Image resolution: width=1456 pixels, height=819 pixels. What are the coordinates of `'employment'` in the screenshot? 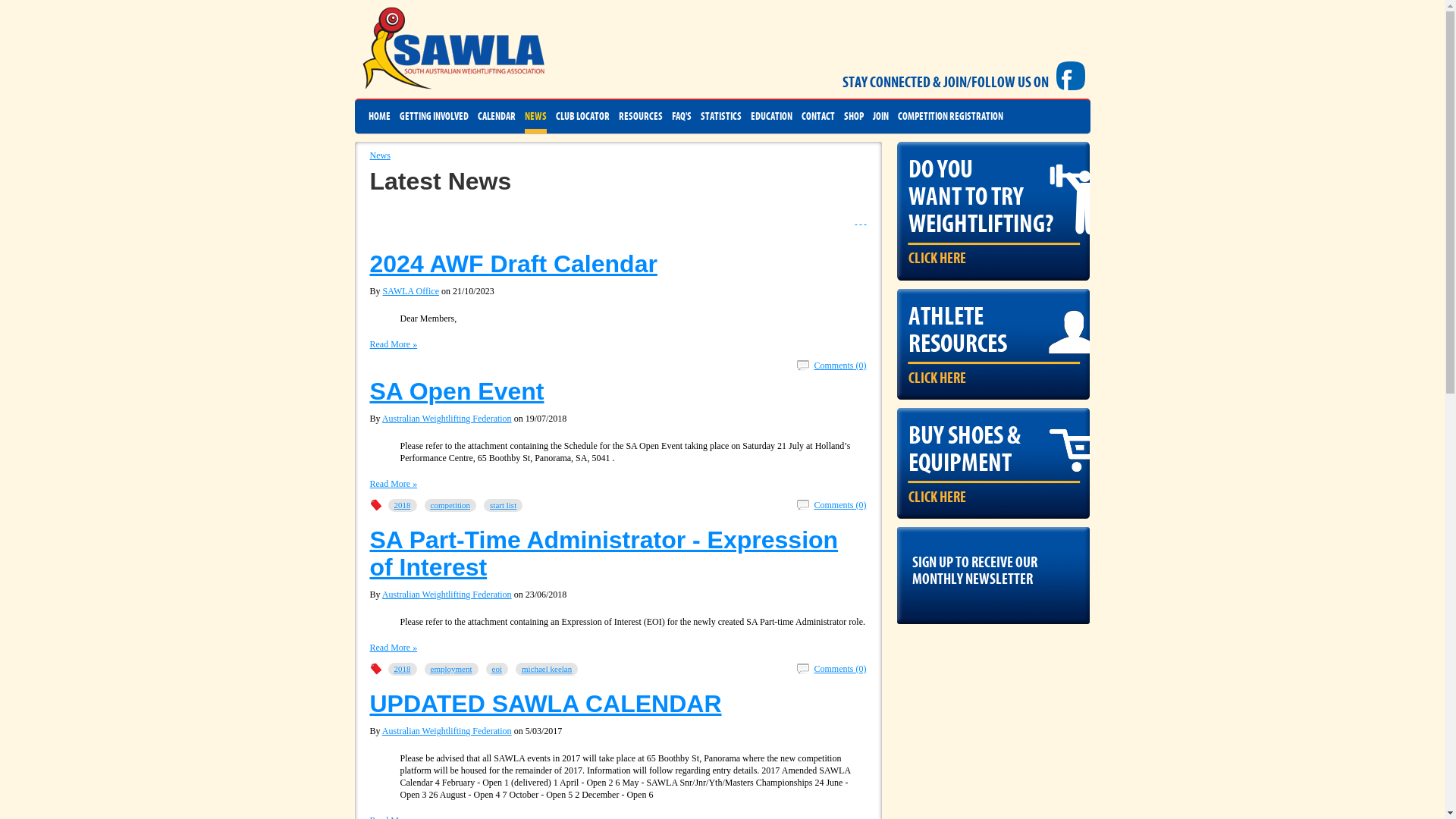 It's located at (450, 668).